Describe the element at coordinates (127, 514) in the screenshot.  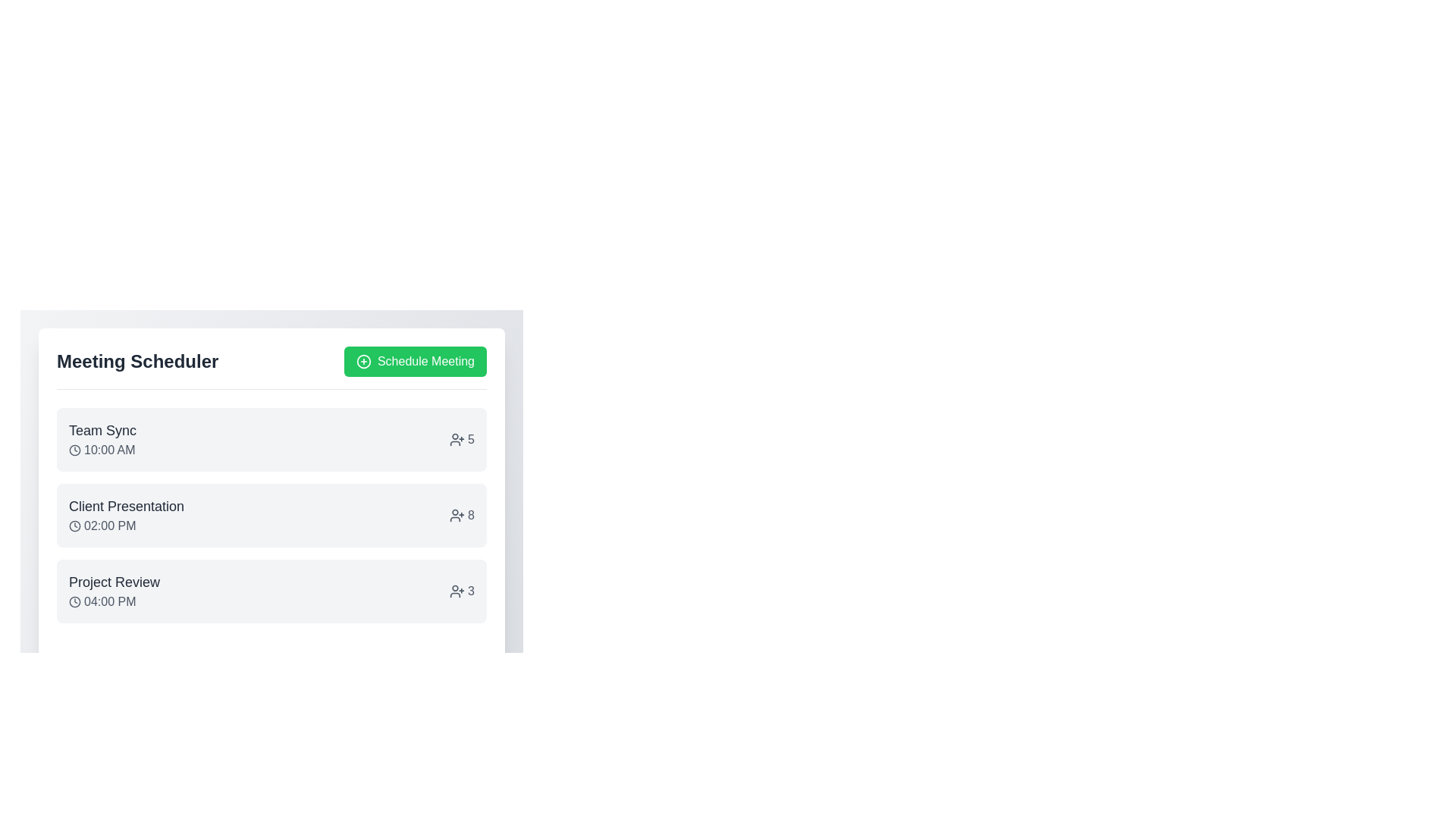
I see `the Text display for the scheduled meeting titled 'Client Presentation' at '02:00 PM', located in the second section of the meeting scheduler component` at that location.